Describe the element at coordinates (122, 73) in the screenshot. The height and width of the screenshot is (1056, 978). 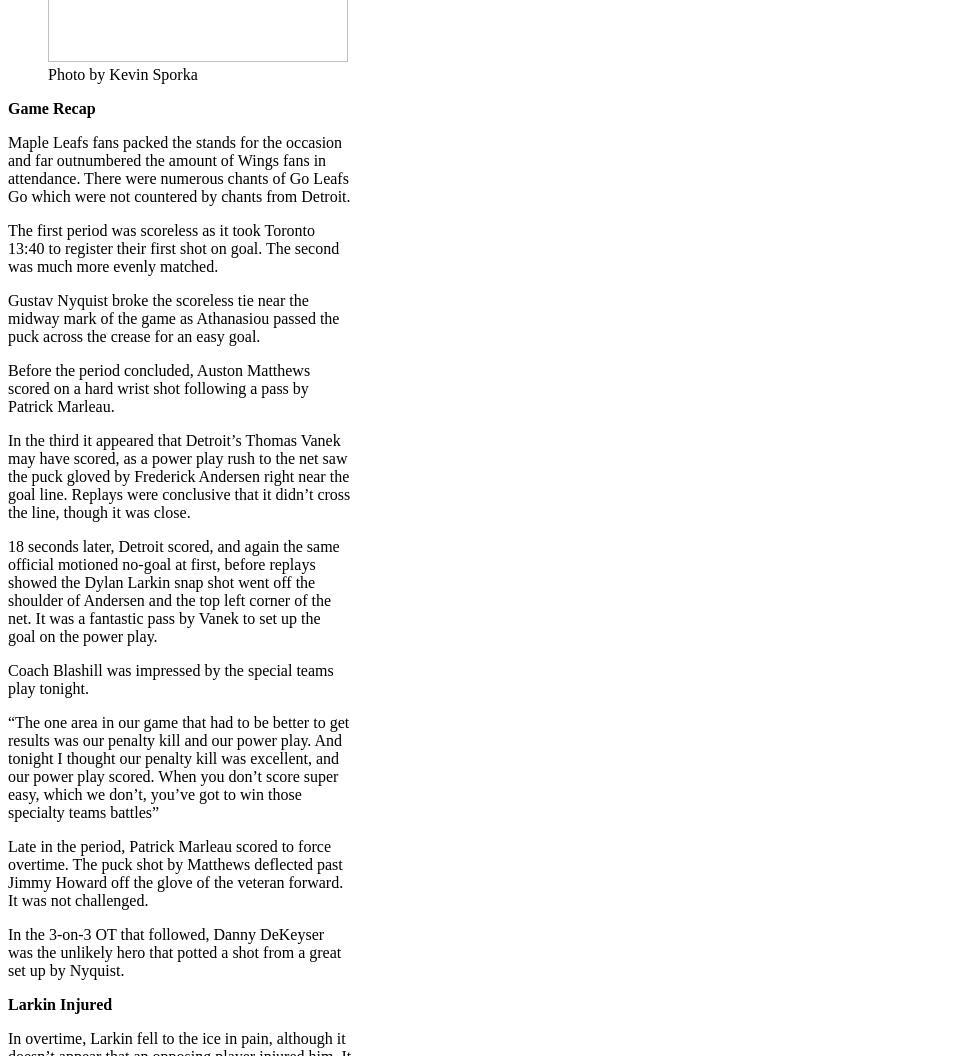
I see `'Photo by Kevin Sporka'` at that location.